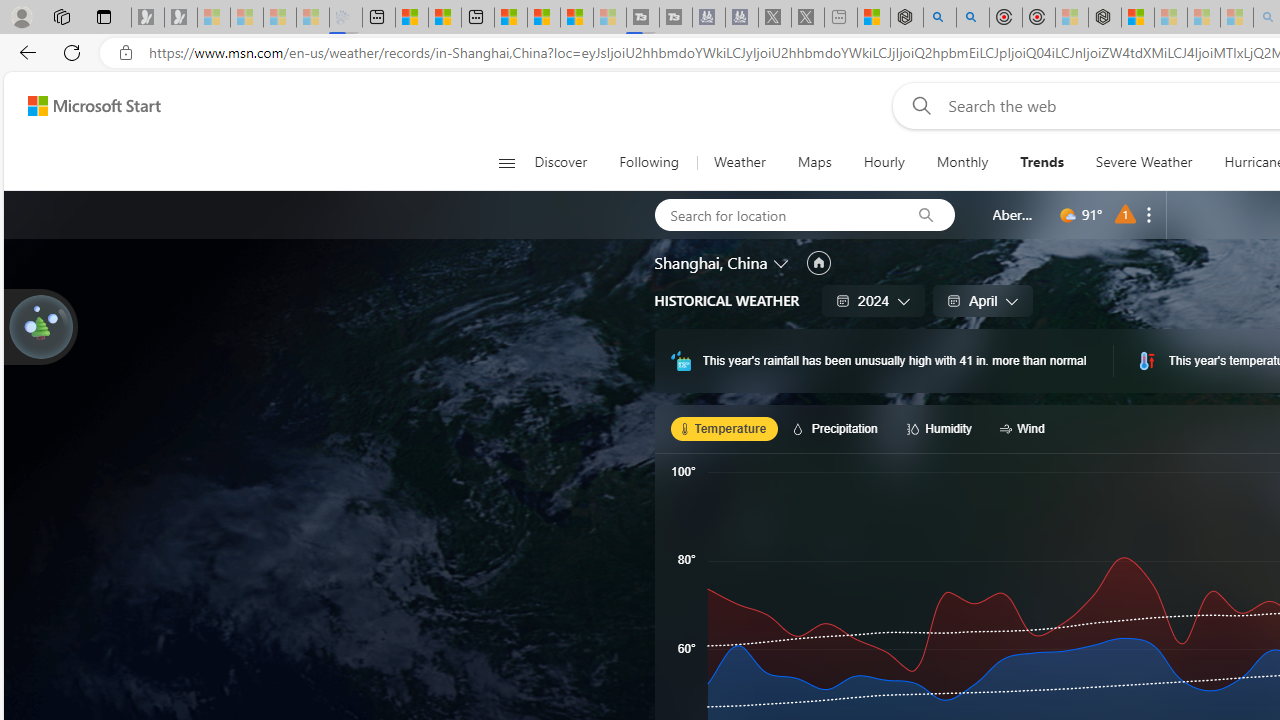  Describe the element at coordinates (941, 427) in the screenshot. I see `'Humidity'` at that location.